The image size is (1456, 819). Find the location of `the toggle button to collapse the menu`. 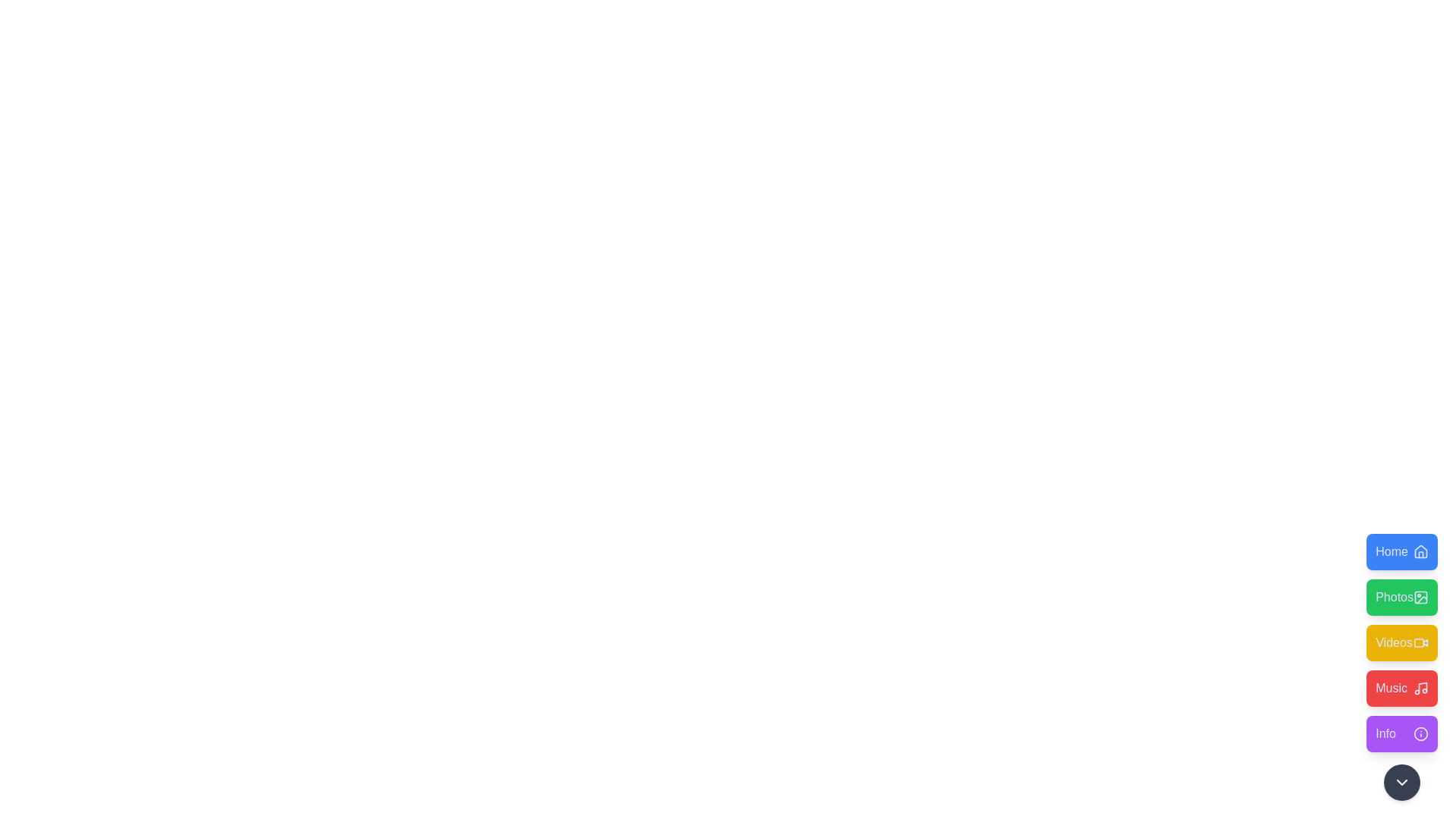

the toggle button to collapse the menu is located at coordinates (1401, 783).